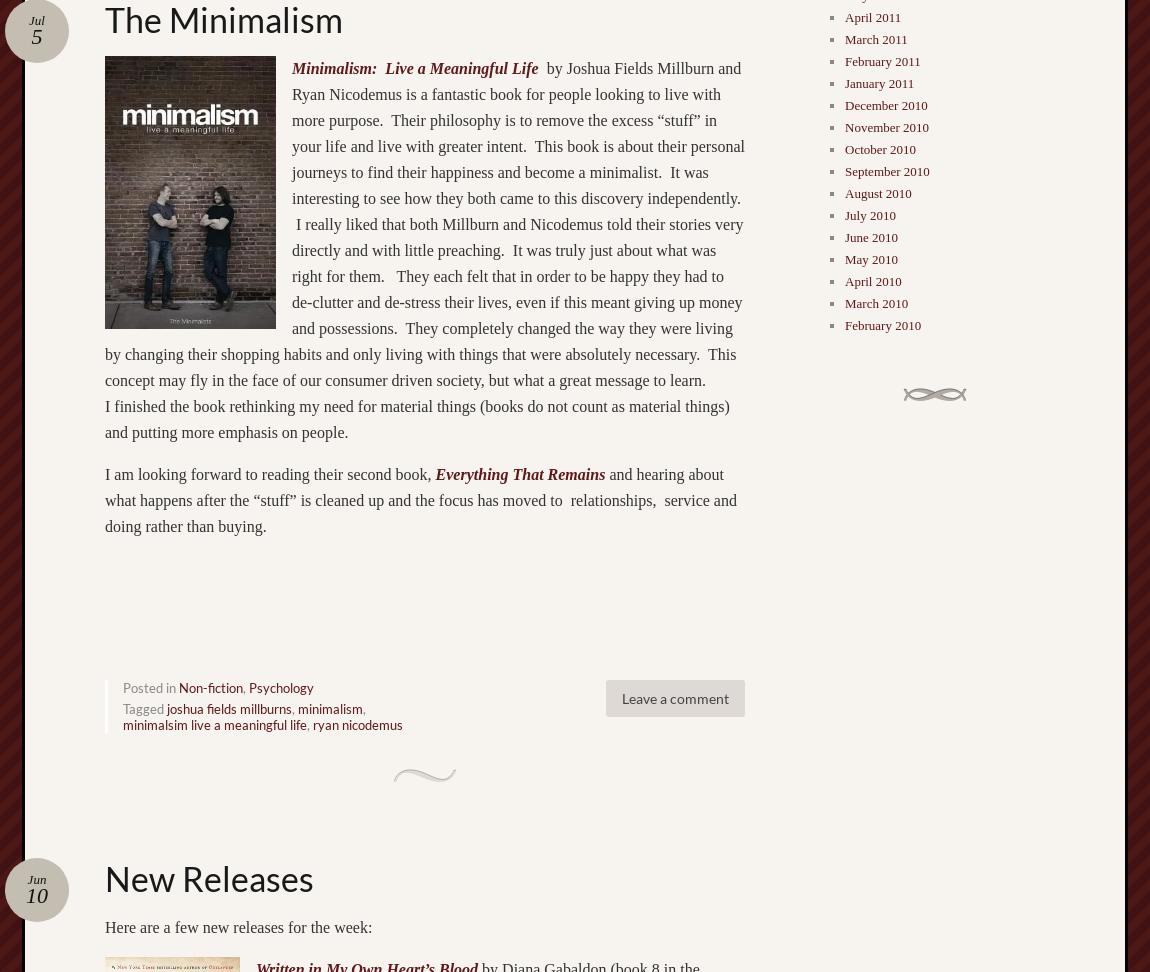 This screenshot has height=972, width=1150. Describe the element at coordinates (876, 303) in the screenshot. I see `'March 2010'` at that location.